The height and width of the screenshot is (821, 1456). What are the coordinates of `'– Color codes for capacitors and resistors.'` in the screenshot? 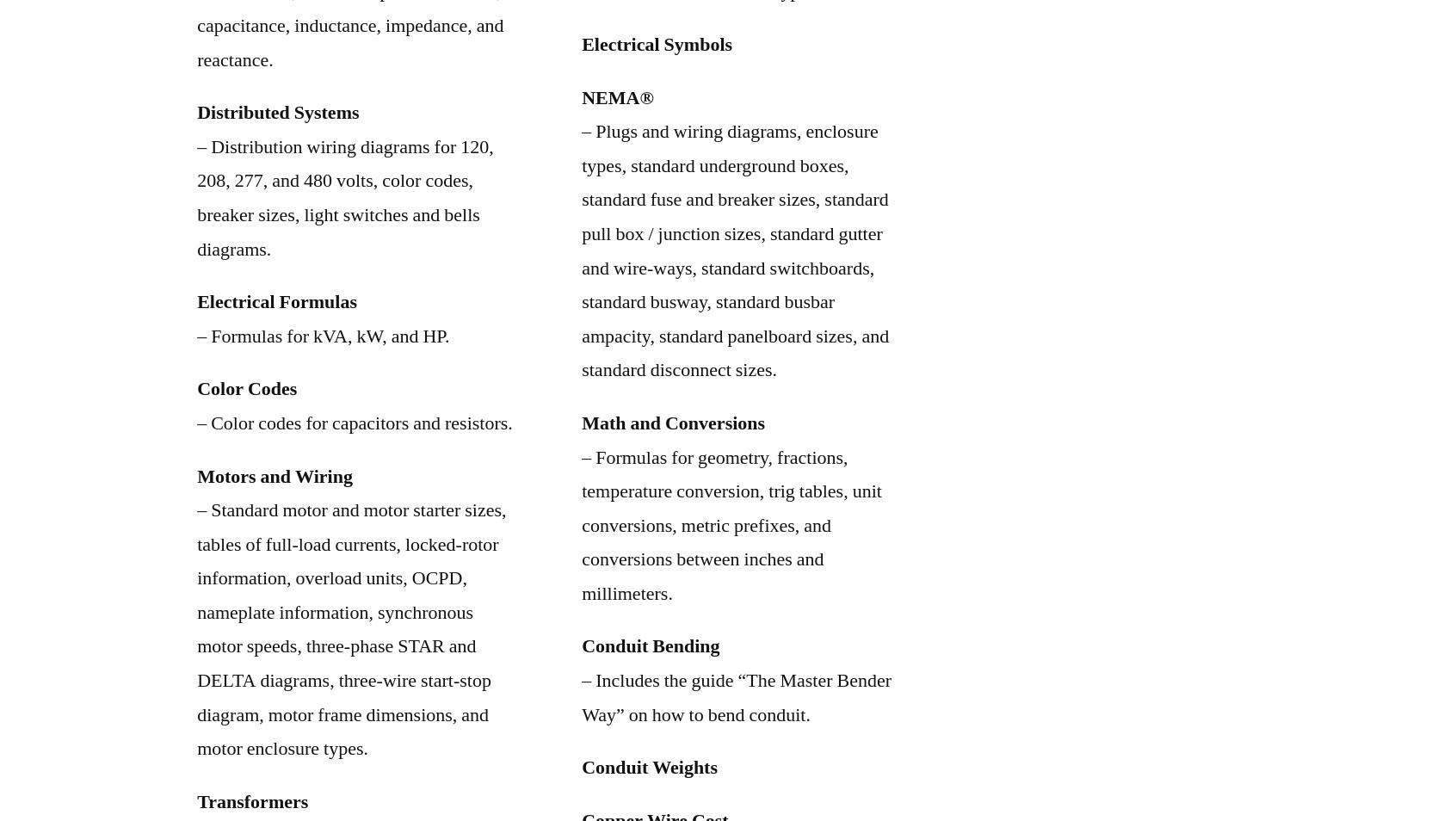 It's located at (355, 422).